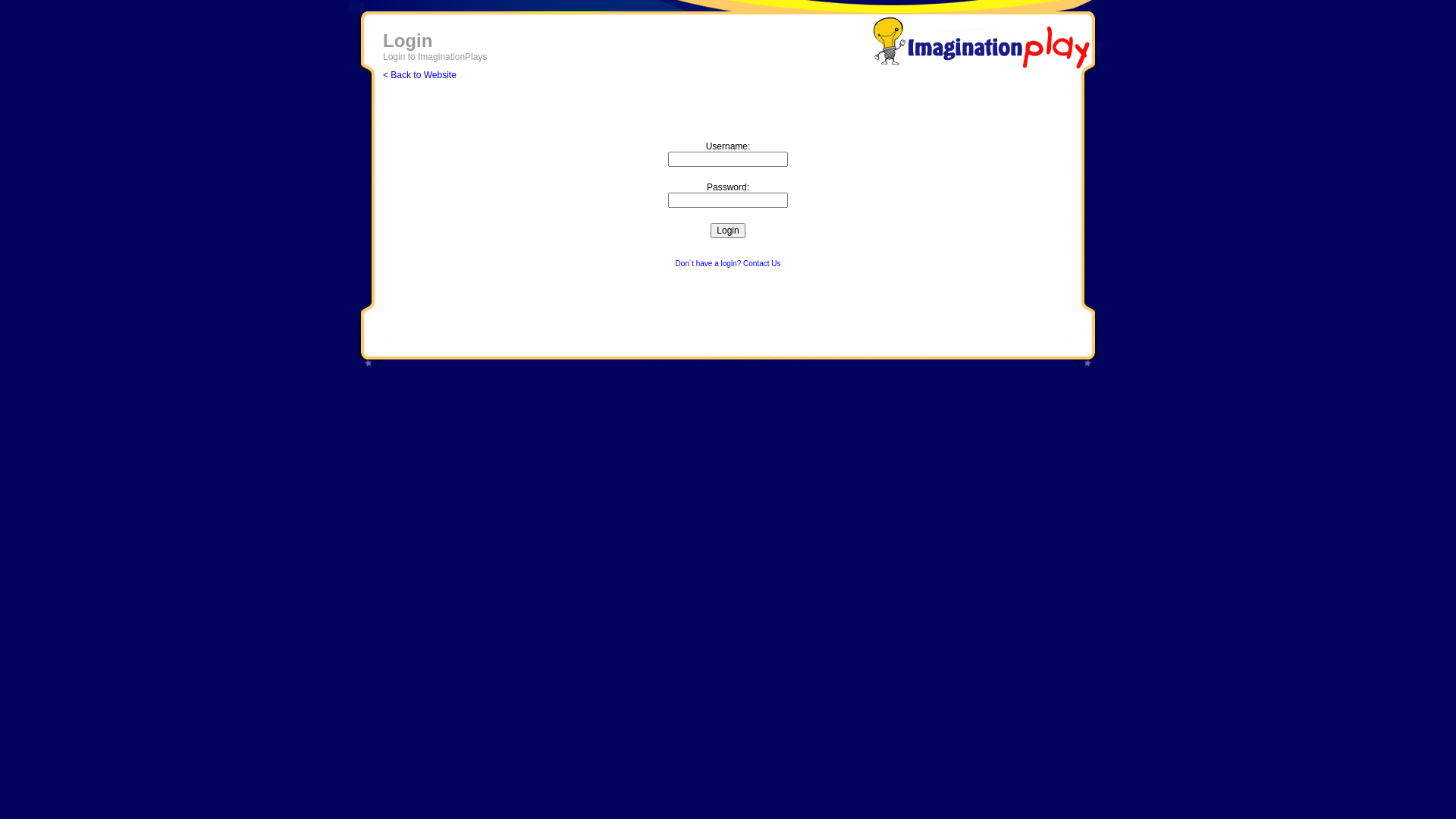  What do you see at coordinates (726, 231) in the screenshot?
I see `'Login'` at bounding box center [726, 231].